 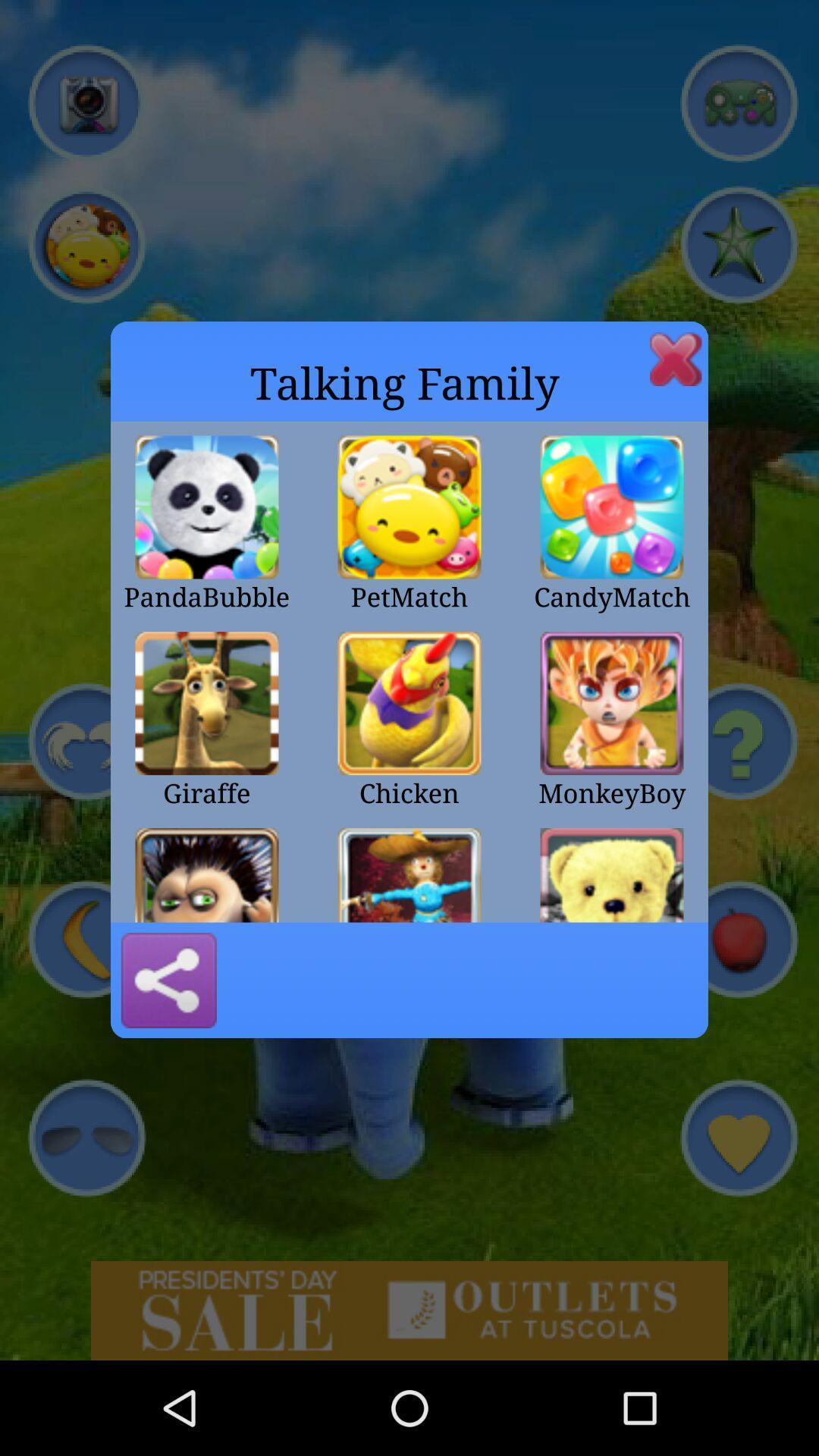 I want to click on share the game information, so click(x=168, y=980).